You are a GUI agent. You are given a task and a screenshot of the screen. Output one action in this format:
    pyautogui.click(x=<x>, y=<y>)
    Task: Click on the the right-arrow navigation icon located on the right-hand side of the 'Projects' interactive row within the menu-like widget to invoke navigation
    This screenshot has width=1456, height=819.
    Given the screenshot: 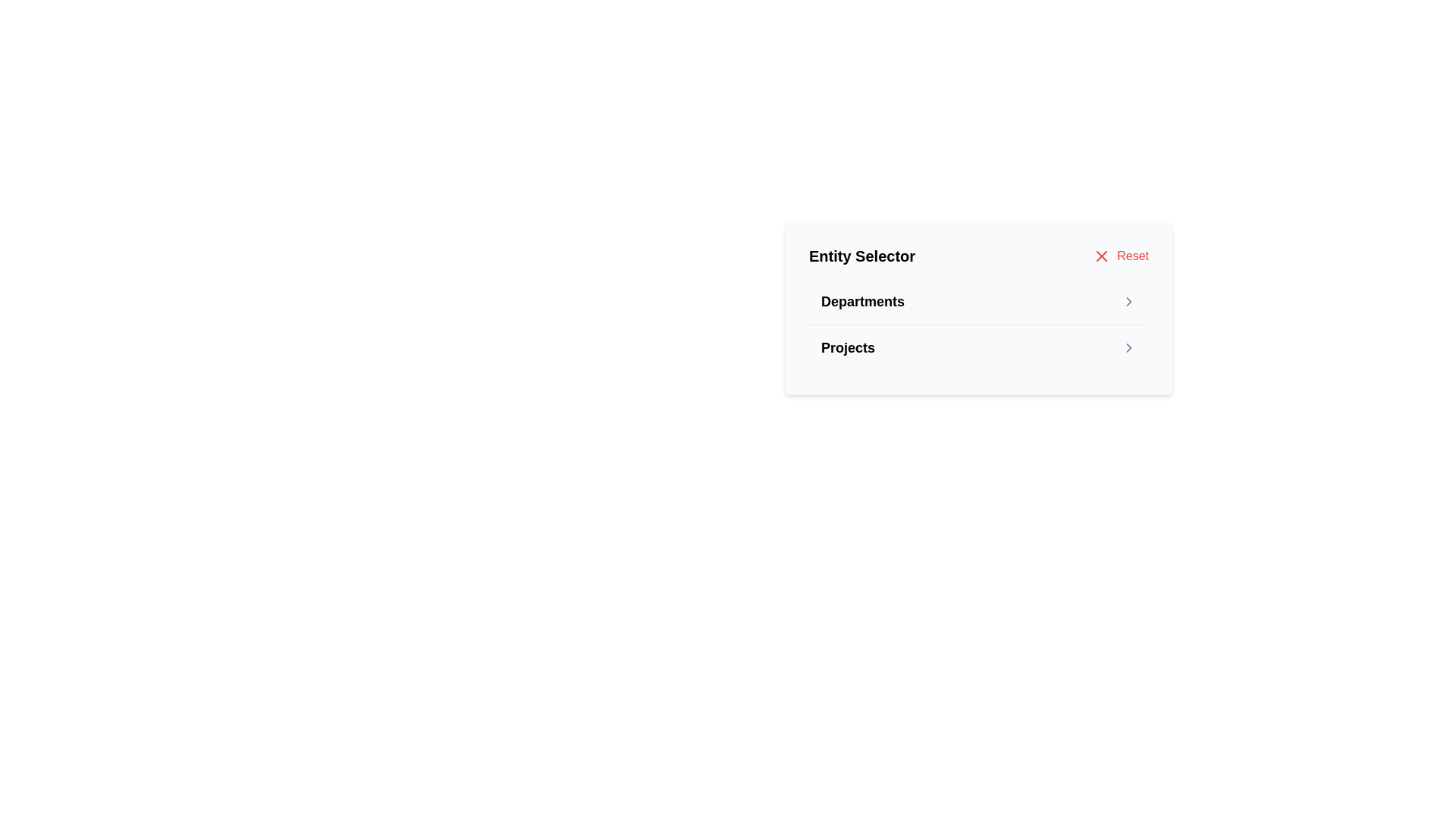 What is the action you would take?
    pyautogui.click(x=1128, y=348)
    